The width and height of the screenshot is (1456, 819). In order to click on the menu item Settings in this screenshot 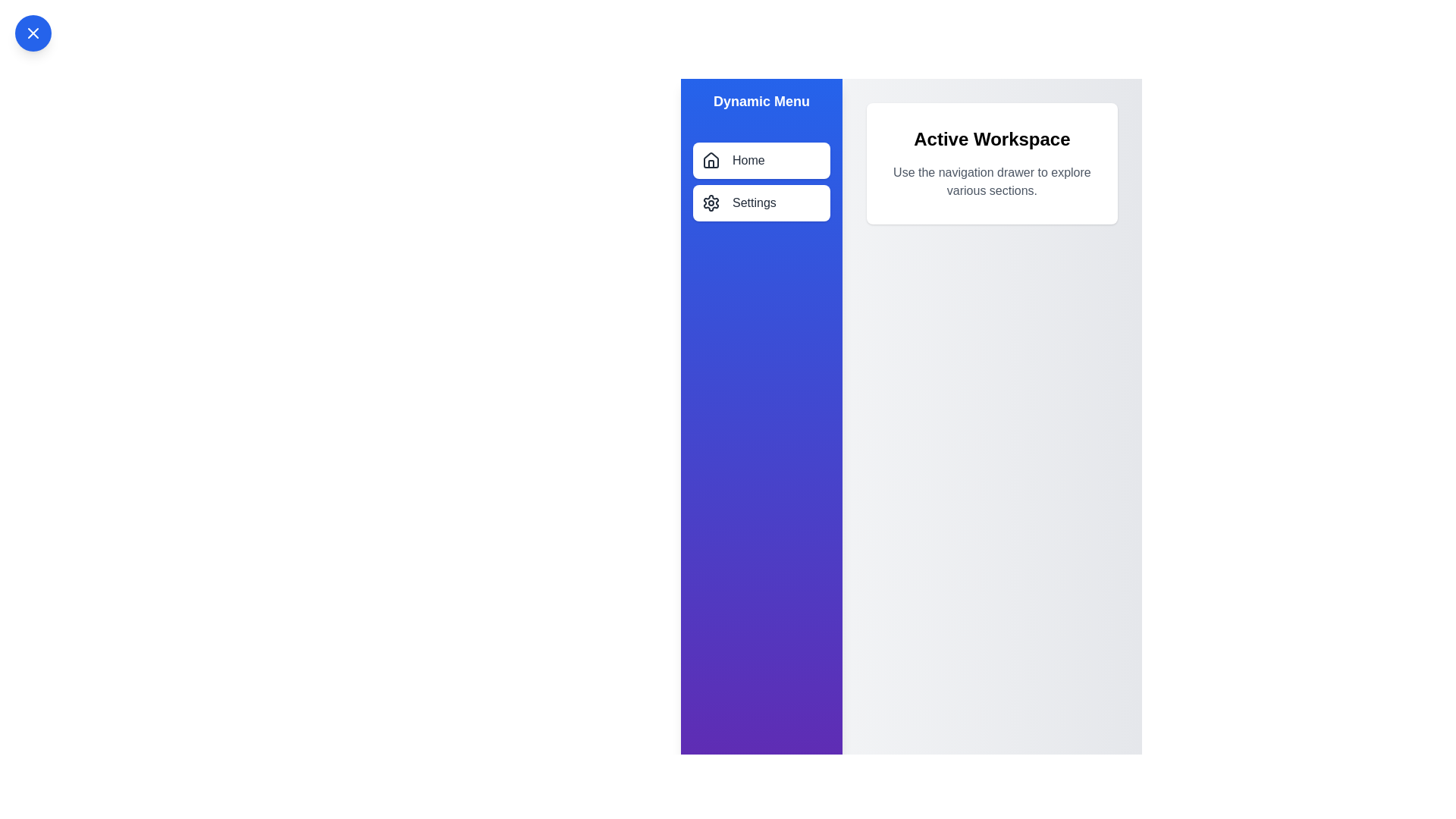, I will do `click(761, 202)`.